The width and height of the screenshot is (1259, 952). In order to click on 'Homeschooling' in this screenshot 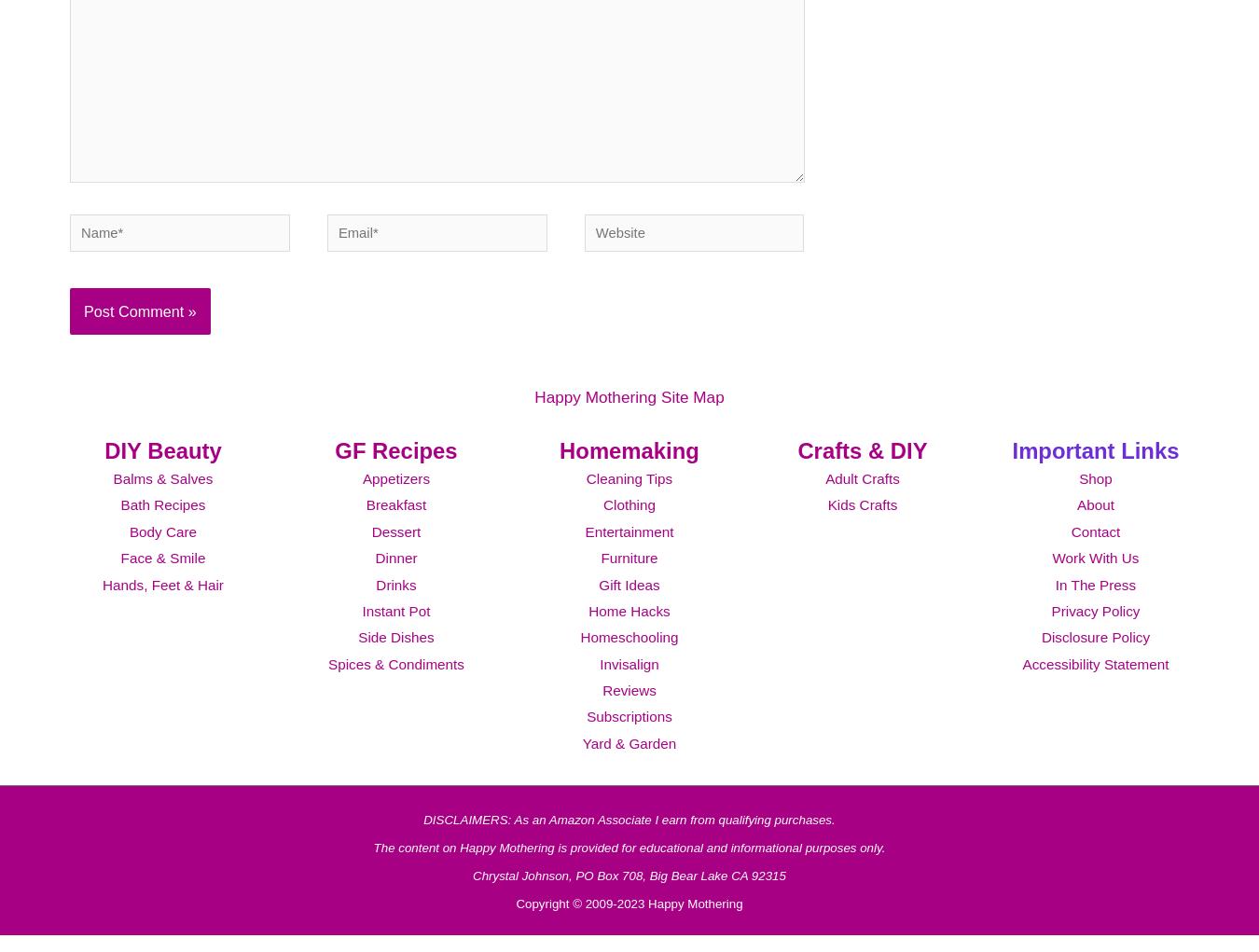, I will do `click(629, 661)`.